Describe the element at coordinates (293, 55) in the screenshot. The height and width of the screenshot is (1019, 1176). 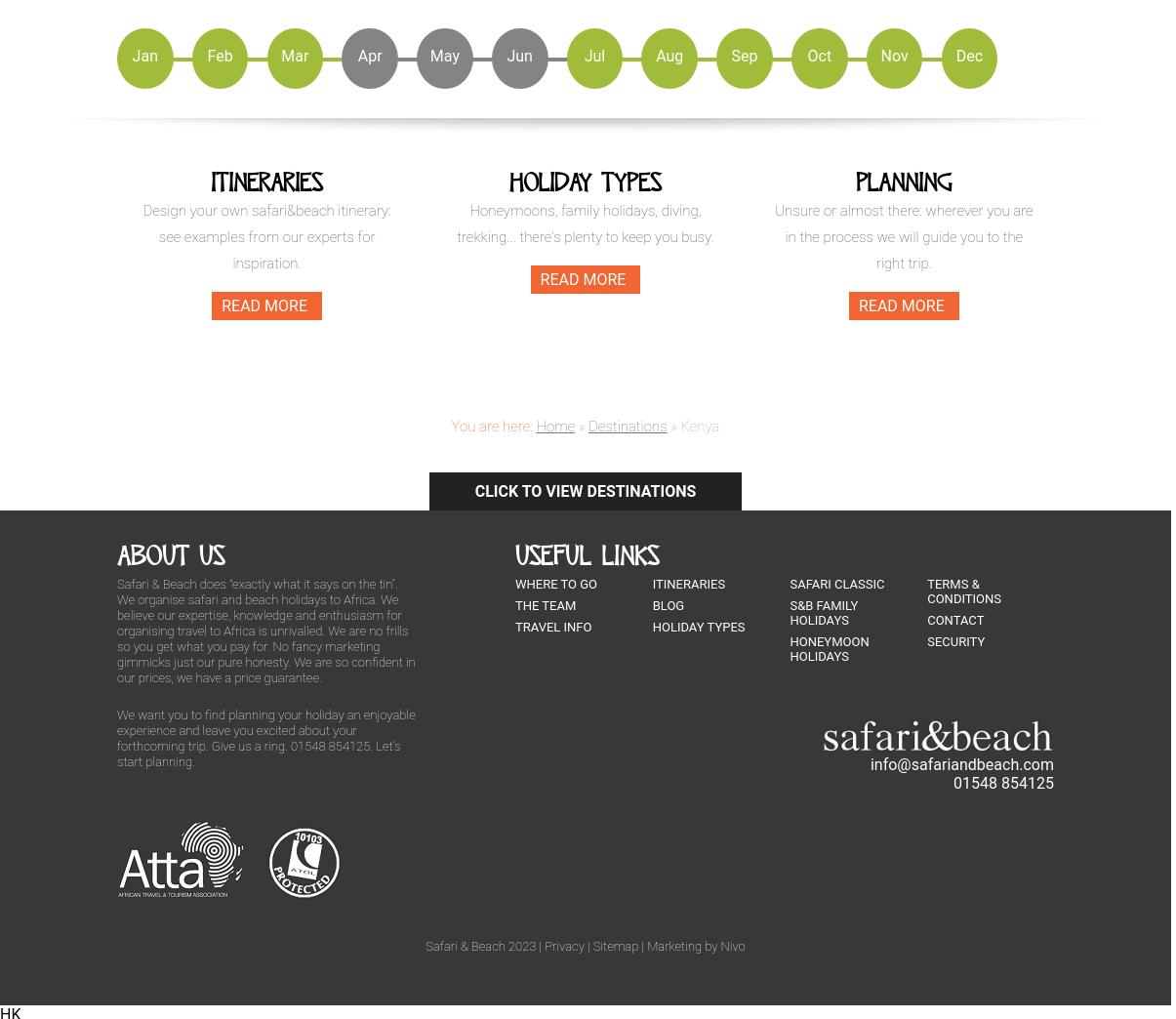
I see `'Mar'` at that location.